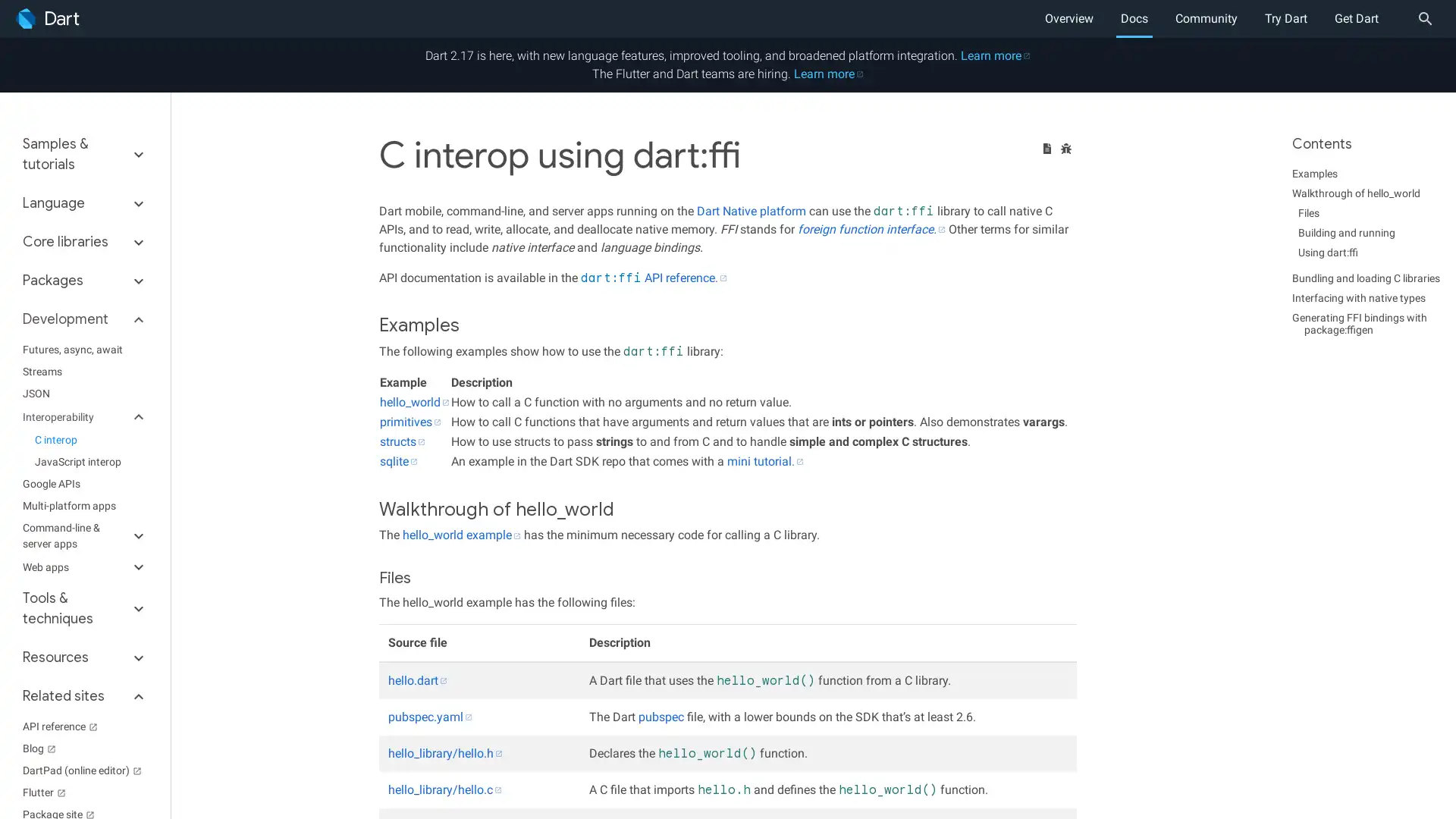 This screenshot has height=819, width=1456. I want to click on Core libraries keyboard_arrow_down, so click(84, 241).